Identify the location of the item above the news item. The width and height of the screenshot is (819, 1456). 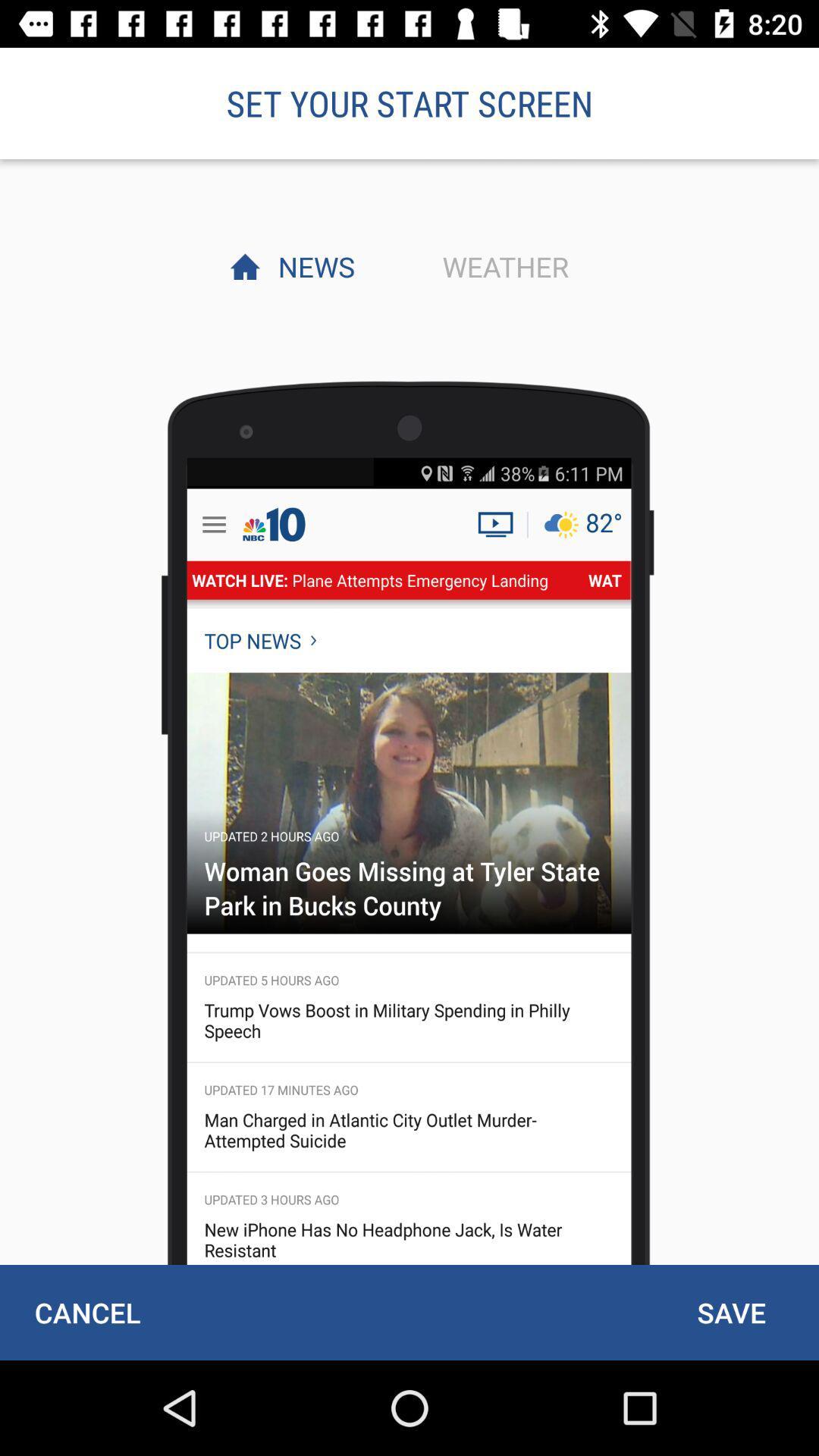
(409, 102).